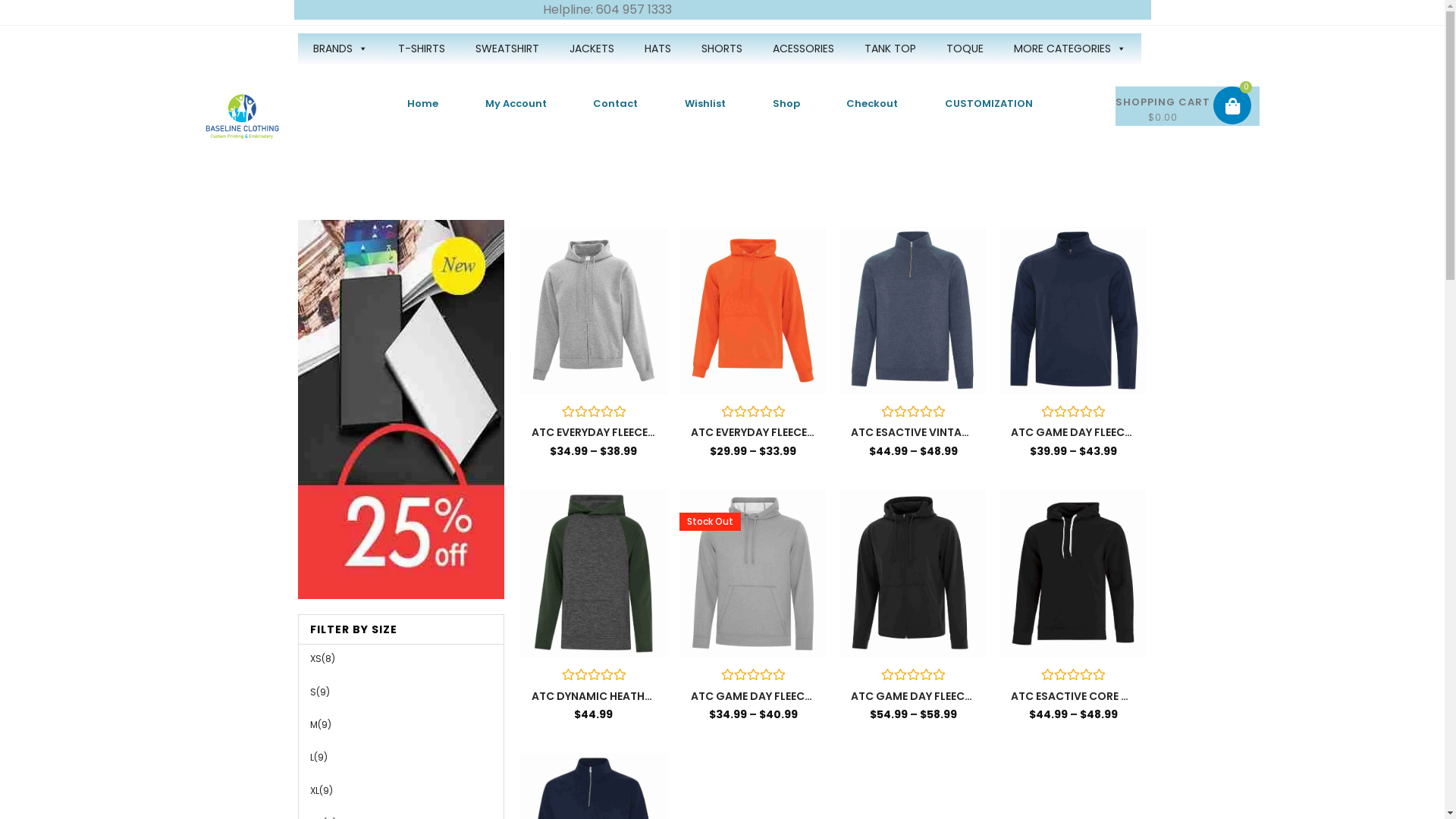 Image resolution: width=1456 pixels, height=819 pixels. I want to click on '$0.00', so click(1187, 105).